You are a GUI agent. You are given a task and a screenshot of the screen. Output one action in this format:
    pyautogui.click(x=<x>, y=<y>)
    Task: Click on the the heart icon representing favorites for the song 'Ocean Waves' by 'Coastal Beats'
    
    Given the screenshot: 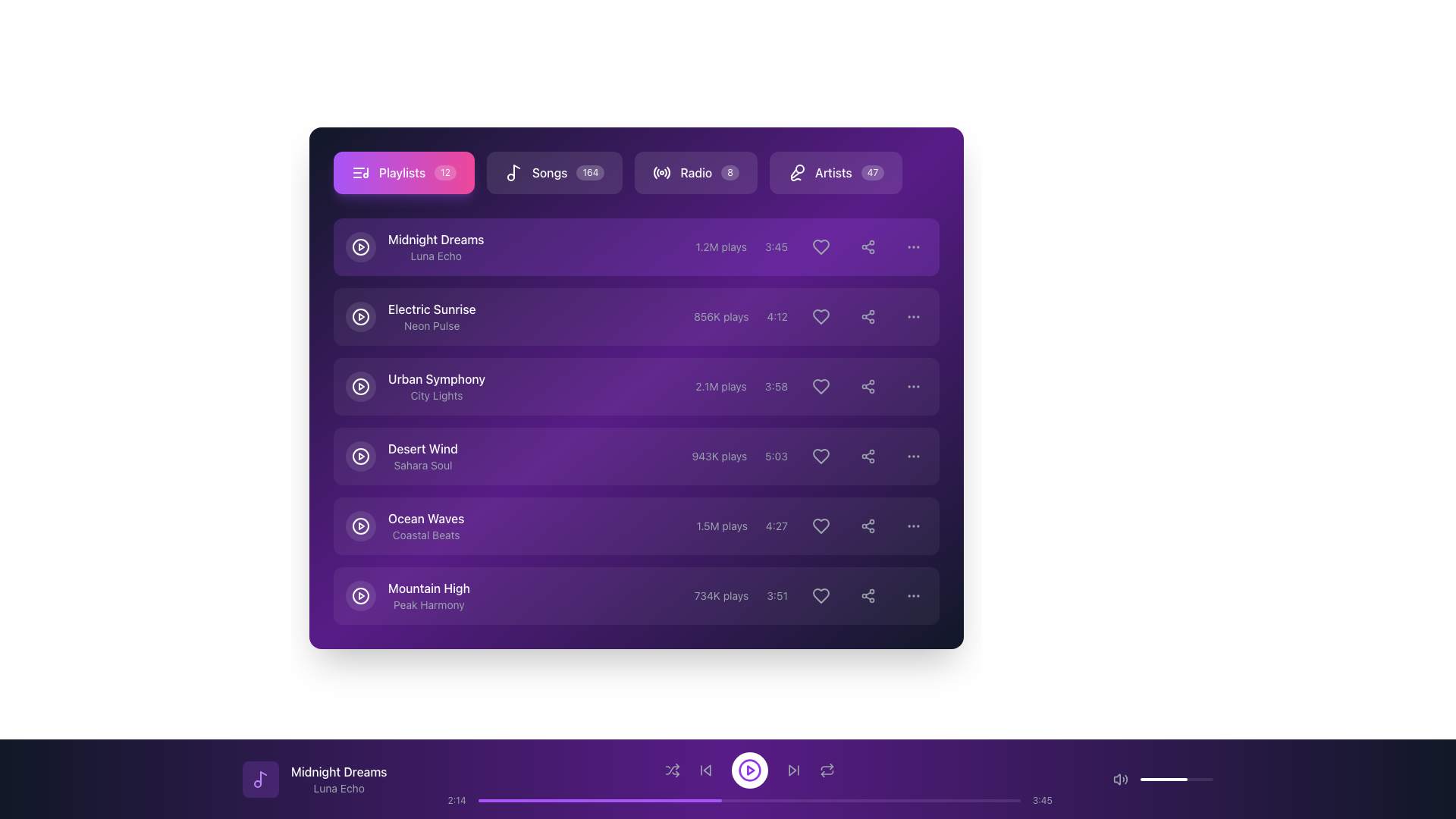 What is the action you would take?
    pyautogui.click(x=821, y=526)
    